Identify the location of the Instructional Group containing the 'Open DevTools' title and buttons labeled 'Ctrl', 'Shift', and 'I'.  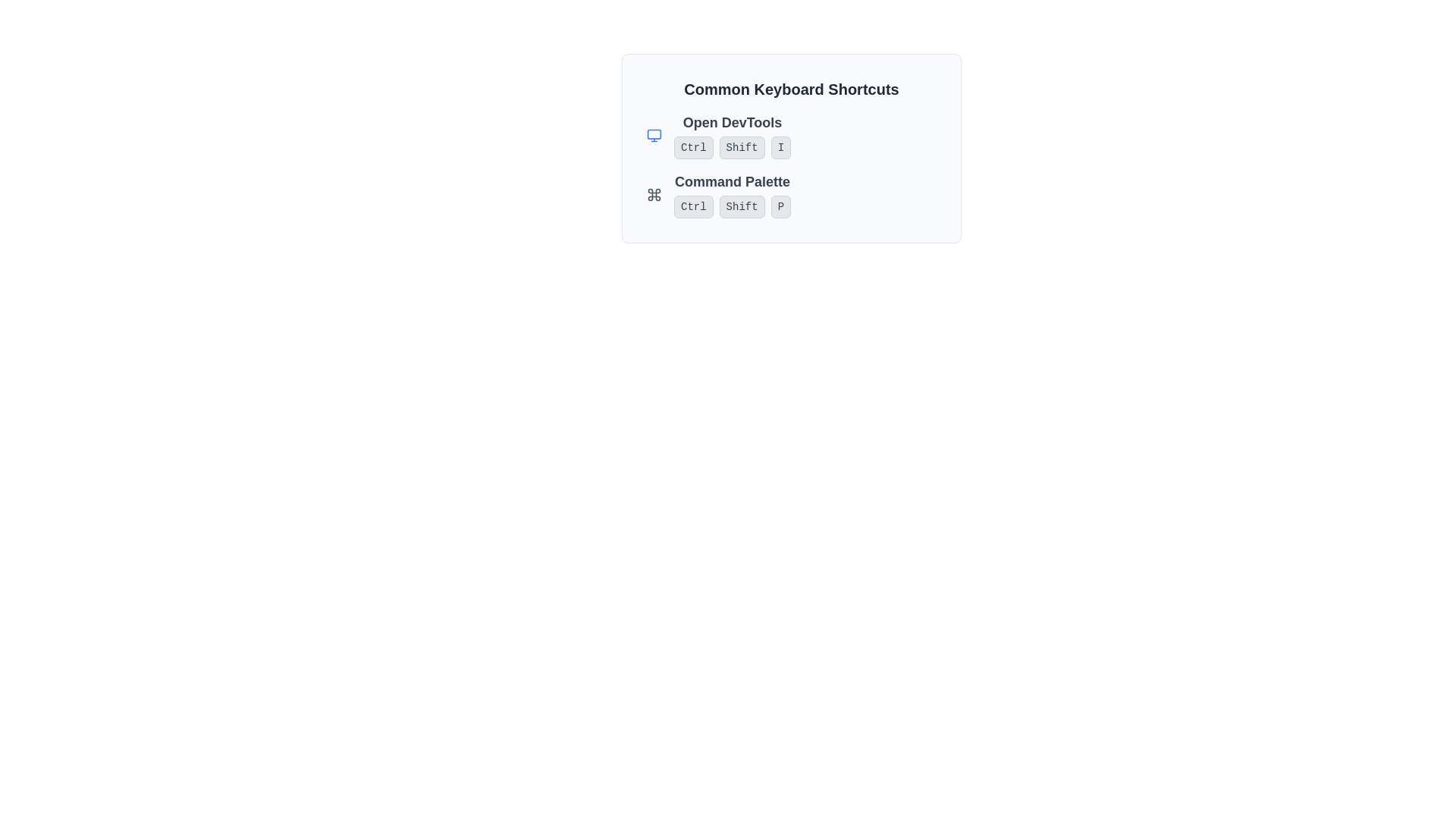
(790, 134).